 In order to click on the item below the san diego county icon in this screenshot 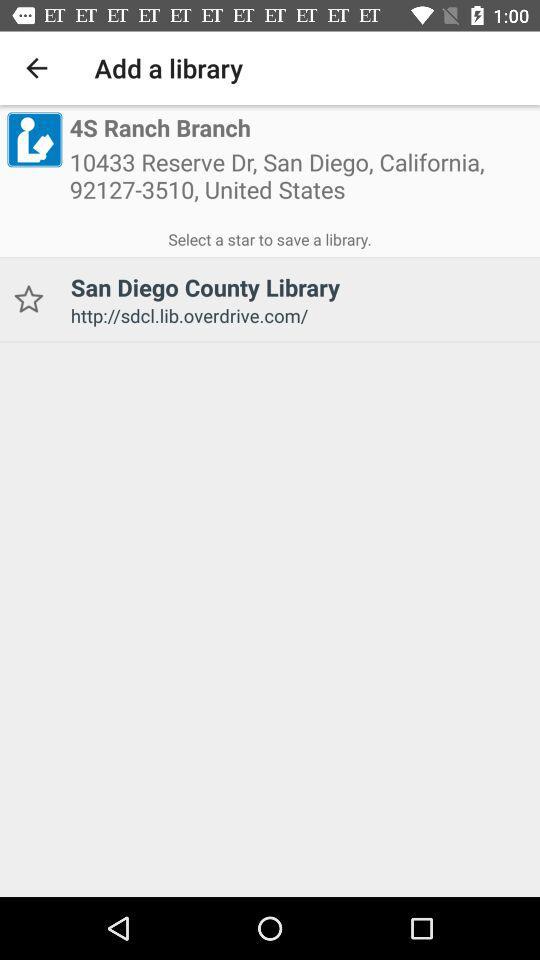, I will do `click(297, 315)`.